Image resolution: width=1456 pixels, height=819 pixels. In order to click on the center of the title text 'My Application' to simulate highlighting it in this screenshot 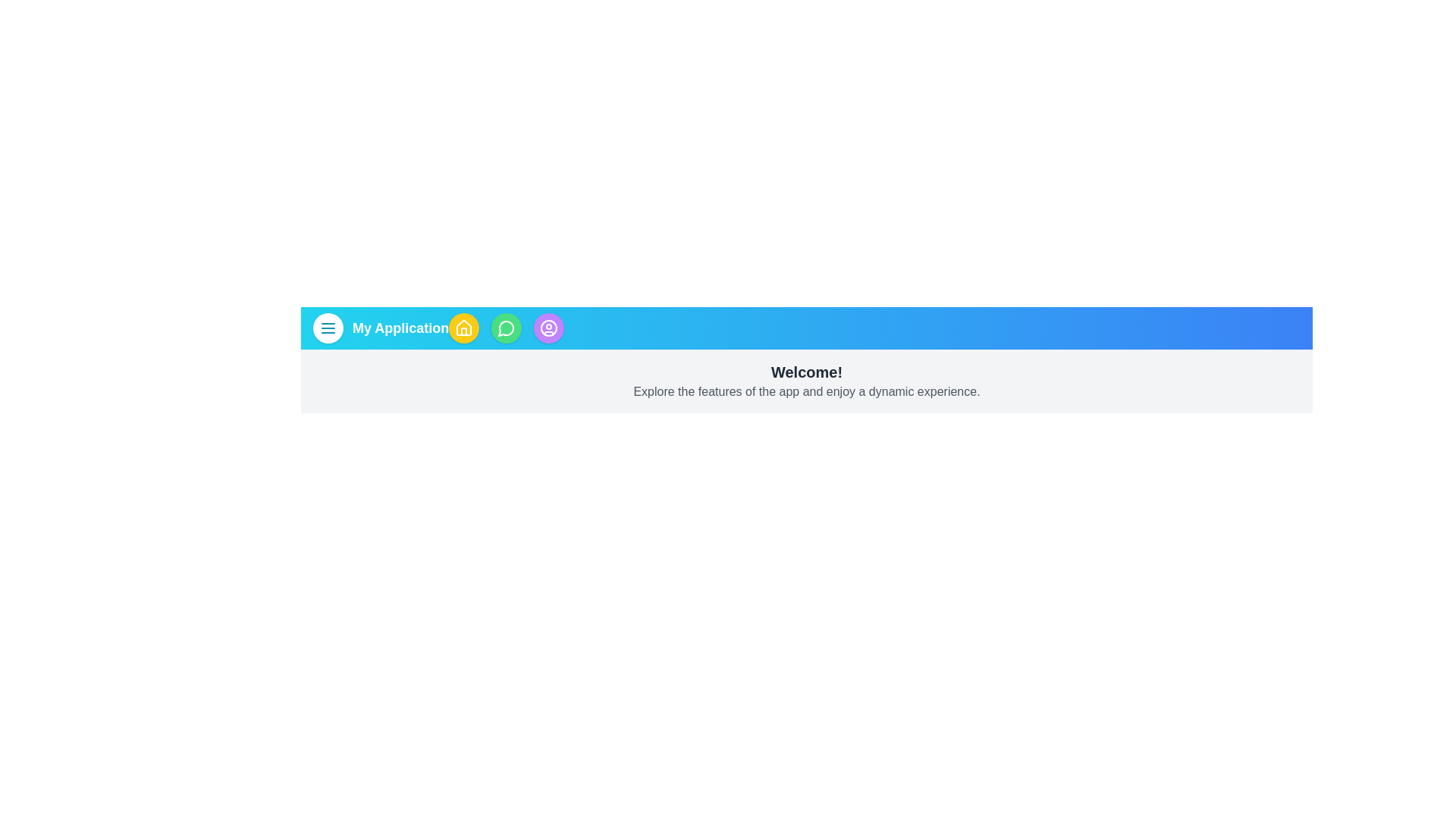, I will do `click(400, 327)`.